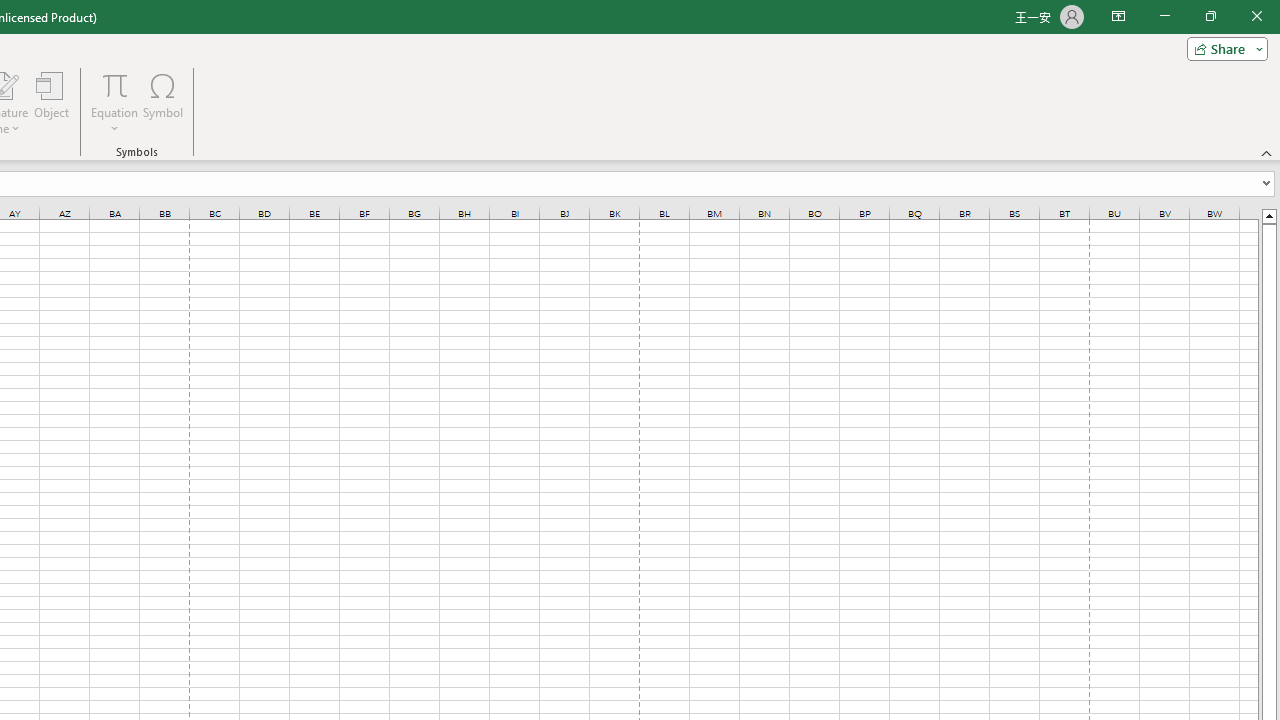 Image resolution: width=1280 pixels, height=720 pixels. Describe the element at coordinates (1117, 16) in the screenshot. I see `'Ribbon Display Options'` at that location.